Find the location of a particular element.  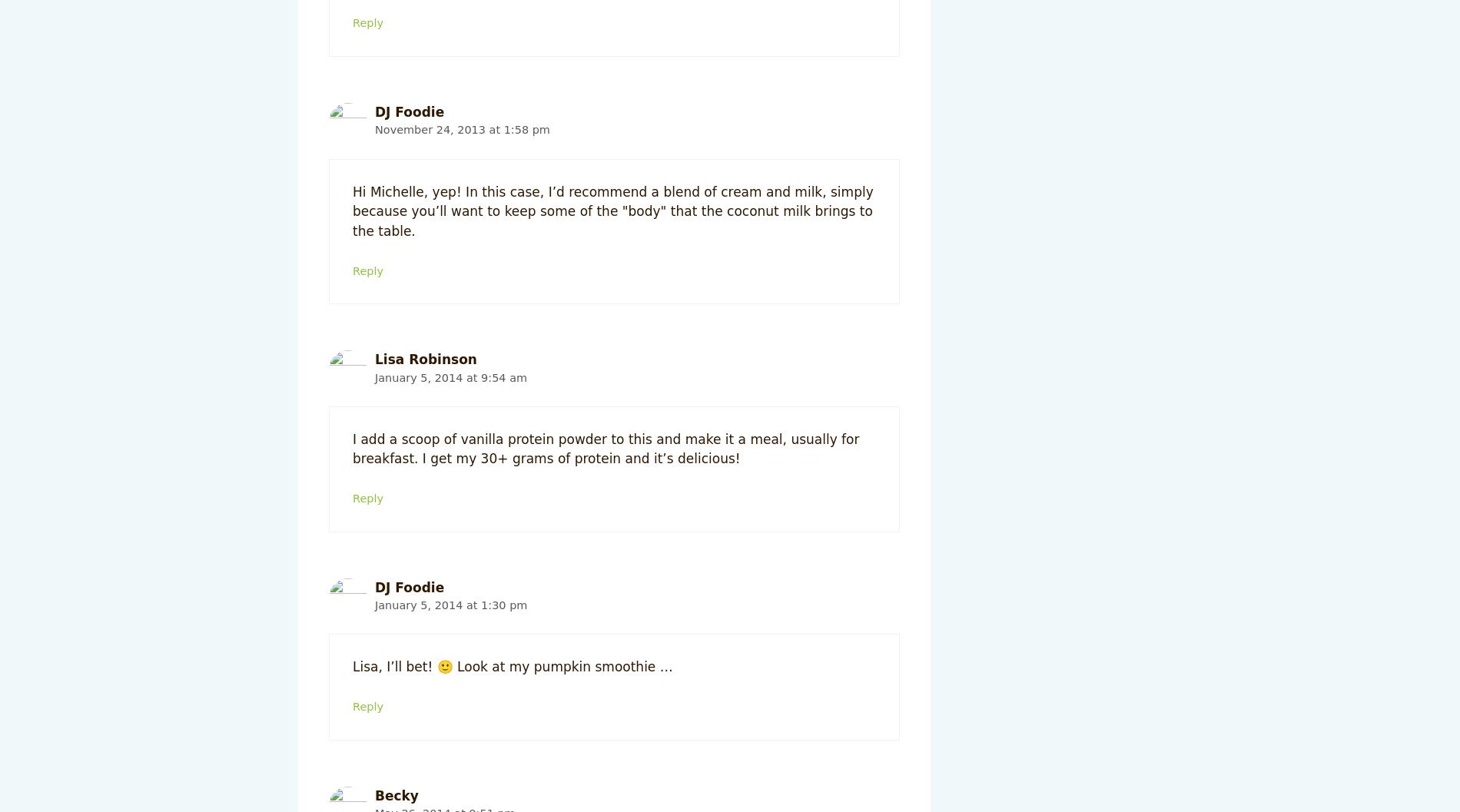

'I add a scoop of vanilla protein powder to this and make it a meal, usually for breakfast. I get my 30+ grams of protein and it’s delicious!' is located at coordinates (605, 447).